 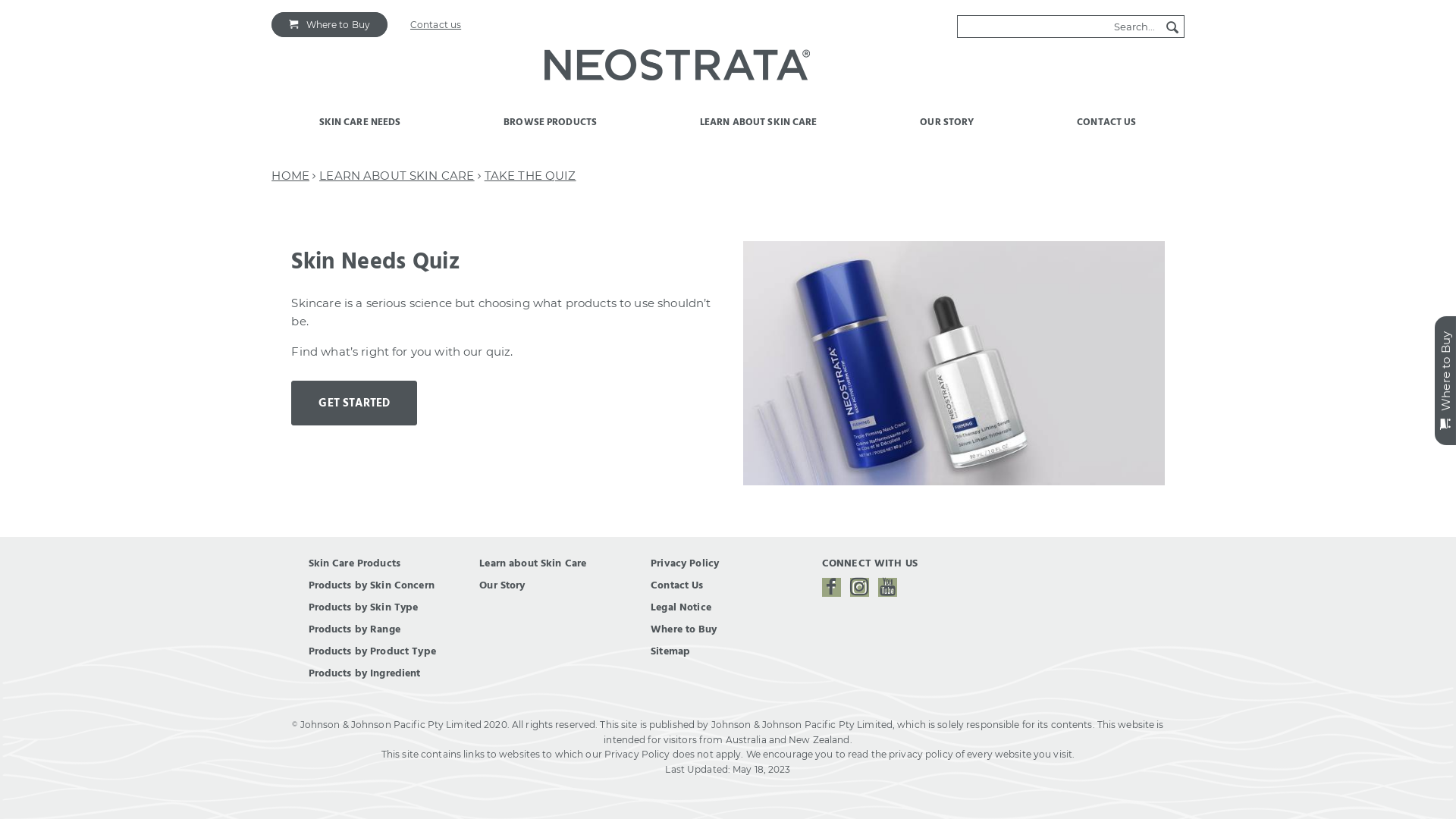 I want to click on 'SKIN CARE NEEDS', so click(x=359, y=130).